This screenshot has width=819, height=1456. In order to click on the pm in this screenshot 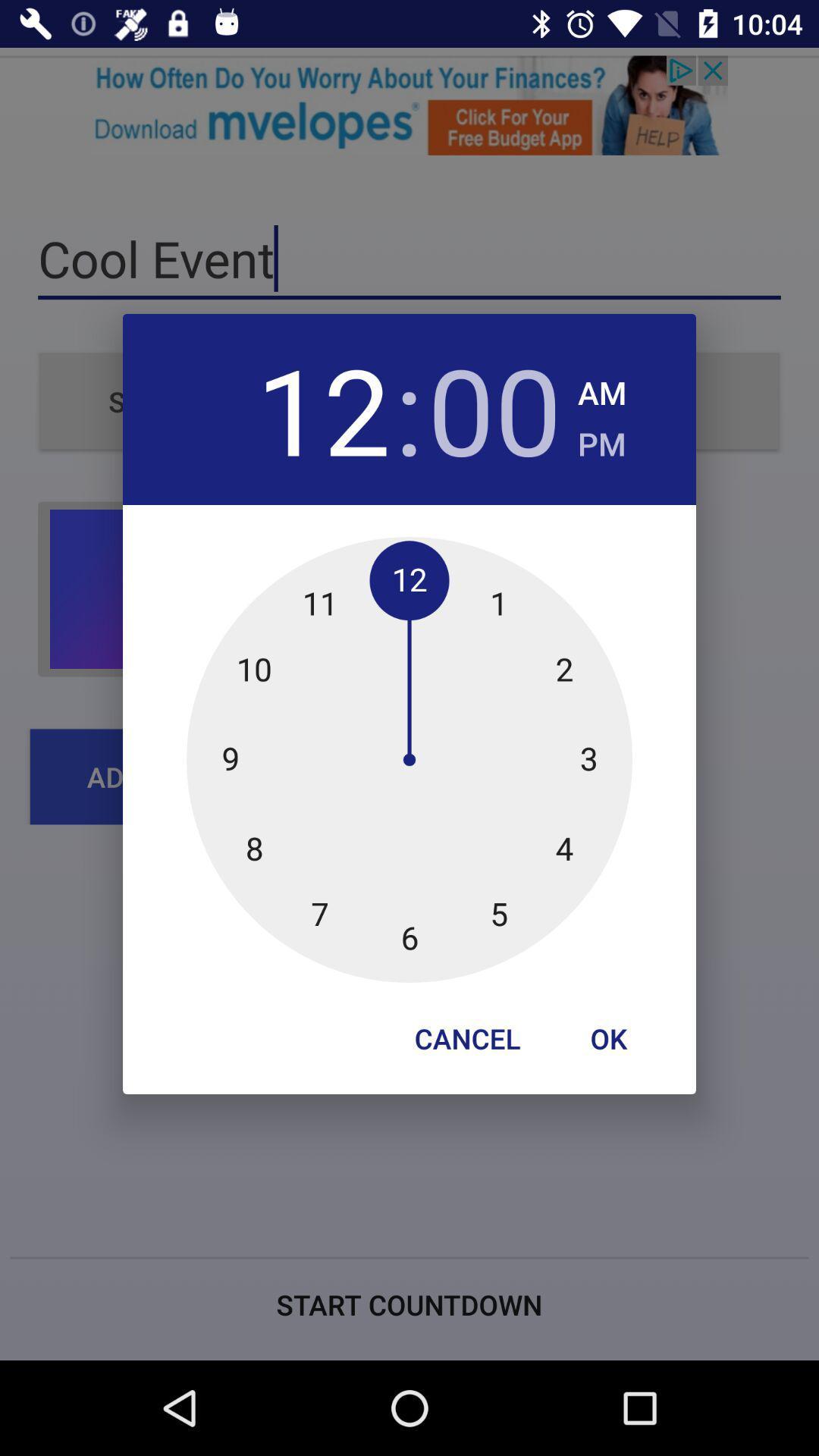, I will do `click(601, 438)`.